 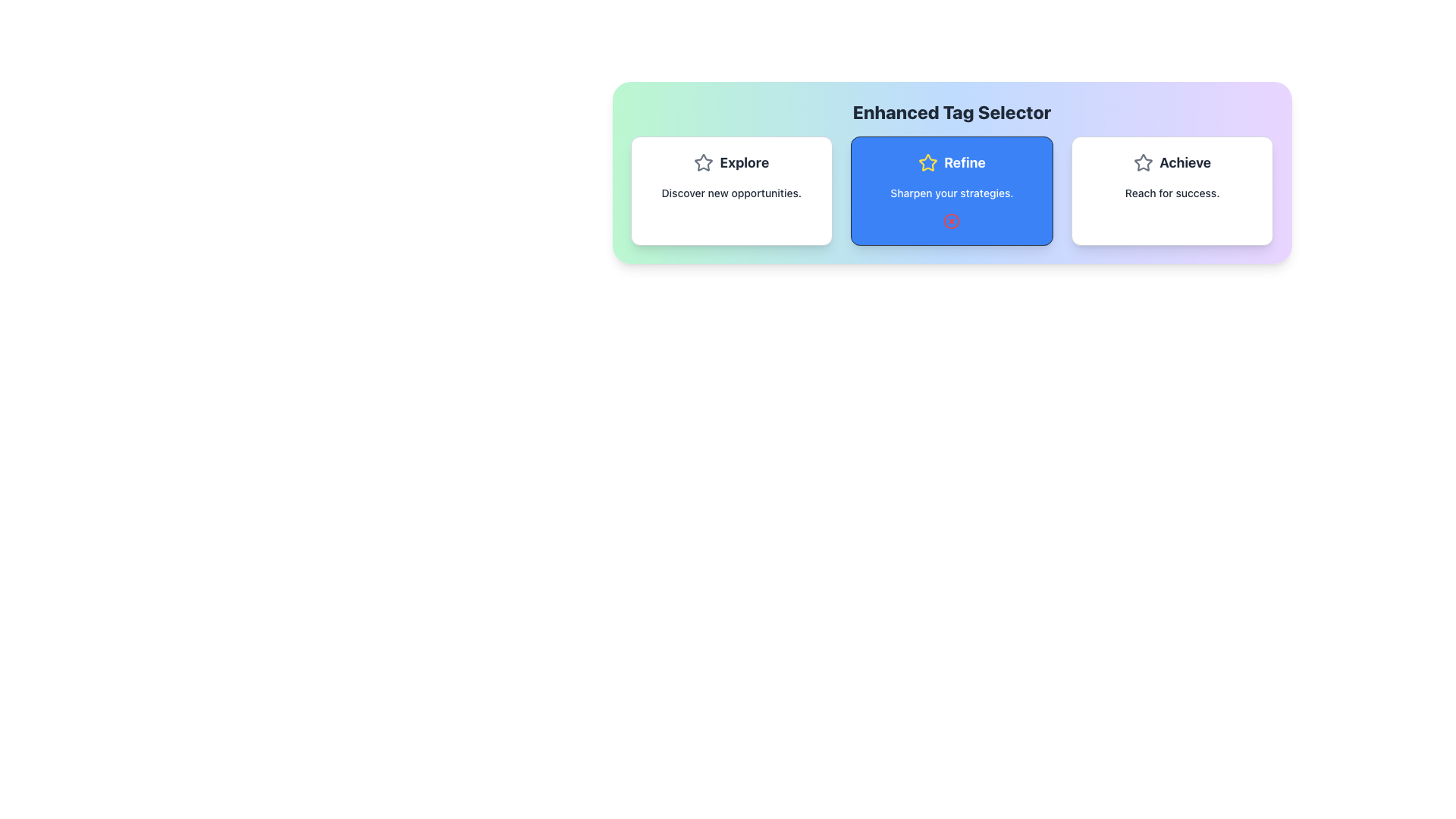 I want to click on the Decorative Label with Icon that serves as a title for the section, positioned at the top-left area of the box containing 'Explore' and 'Discover new opportunities.', so click(x=731, y=163).